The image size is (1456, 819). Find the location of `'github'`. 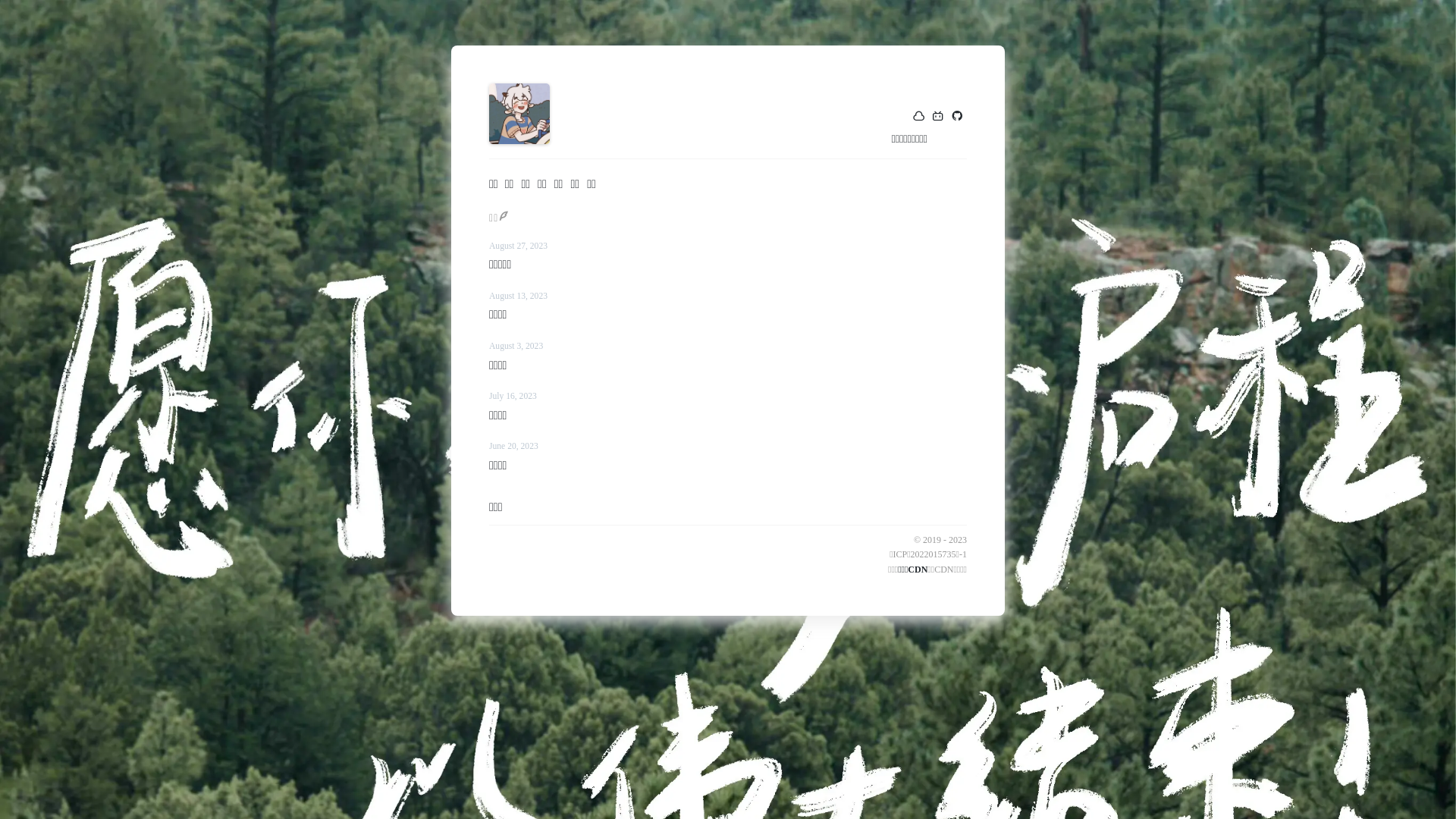

'github' is located at coordinates (956, 116).